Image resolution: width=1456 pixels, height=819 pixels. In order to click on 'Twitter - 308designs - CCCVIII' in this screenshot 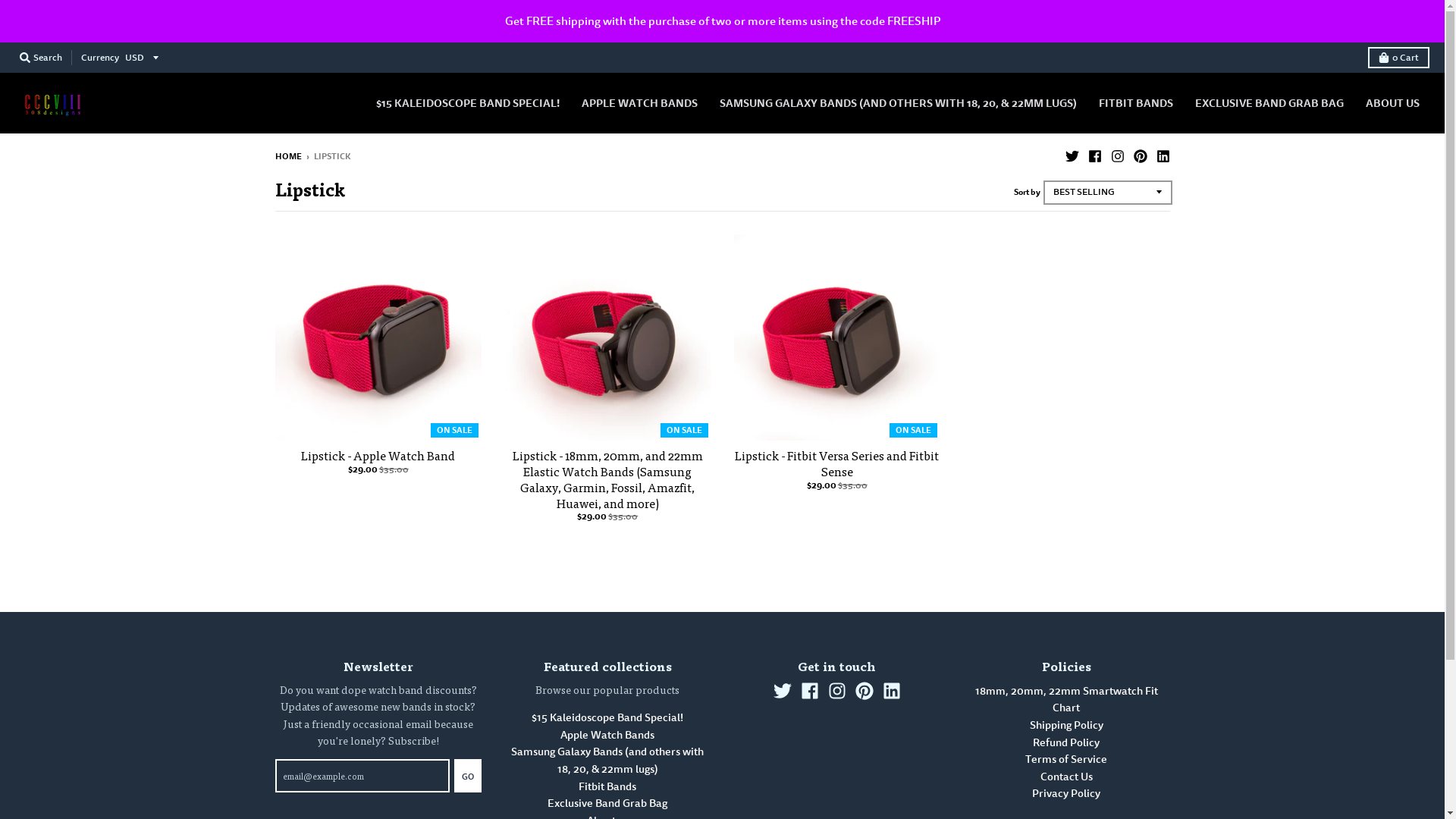, I will do `click(1070, 155)`.